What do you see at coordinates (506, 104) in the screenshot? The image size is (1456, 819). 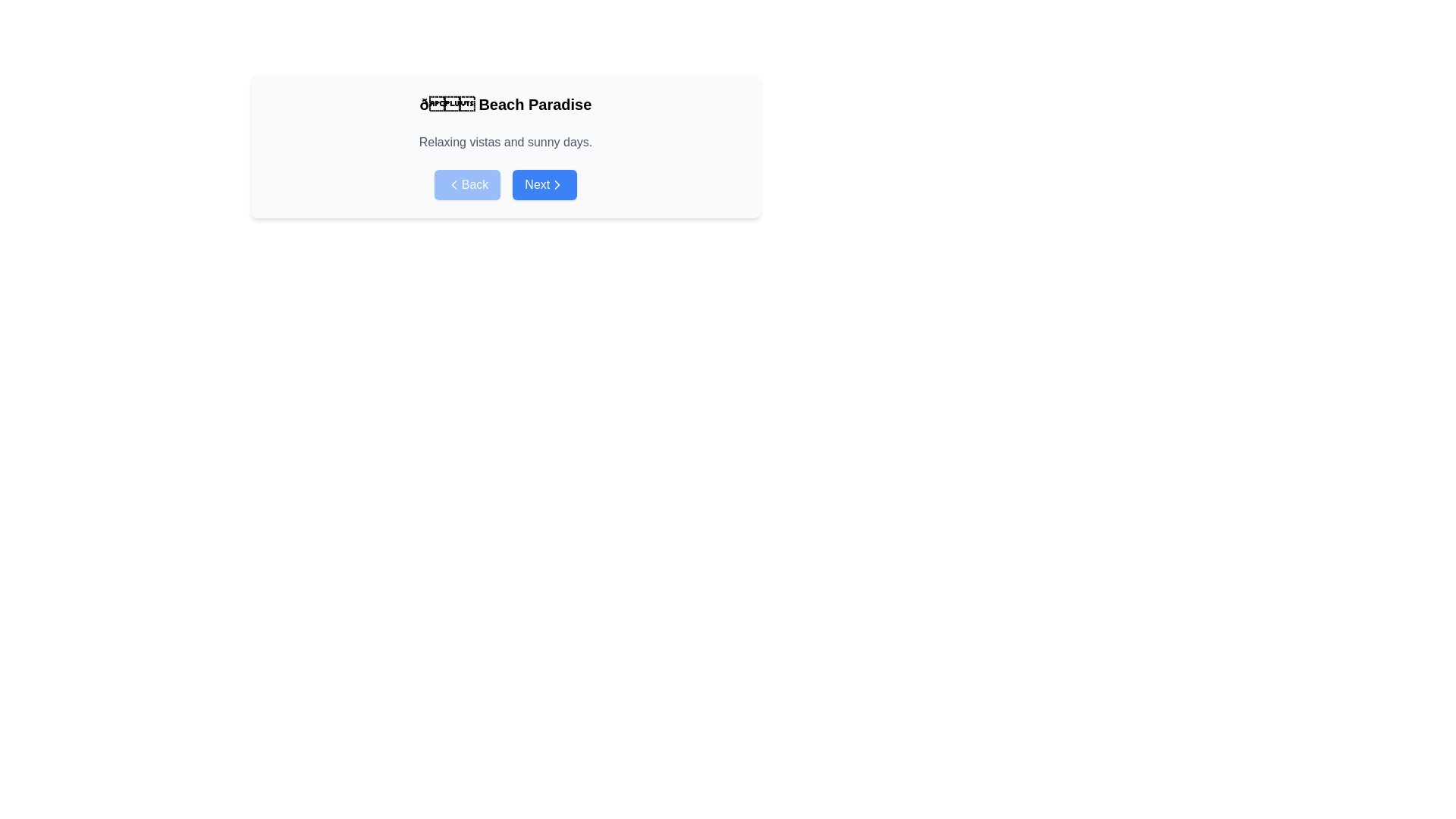 I see `the 'Beach Paradise' text element, which is a bold, larger size text with an emoji, positioned centrally above the text 'Relaxing vistas and sunny days.' and the navigation buttons 'Back' and 'Next'` at bounding box center [506, 104].